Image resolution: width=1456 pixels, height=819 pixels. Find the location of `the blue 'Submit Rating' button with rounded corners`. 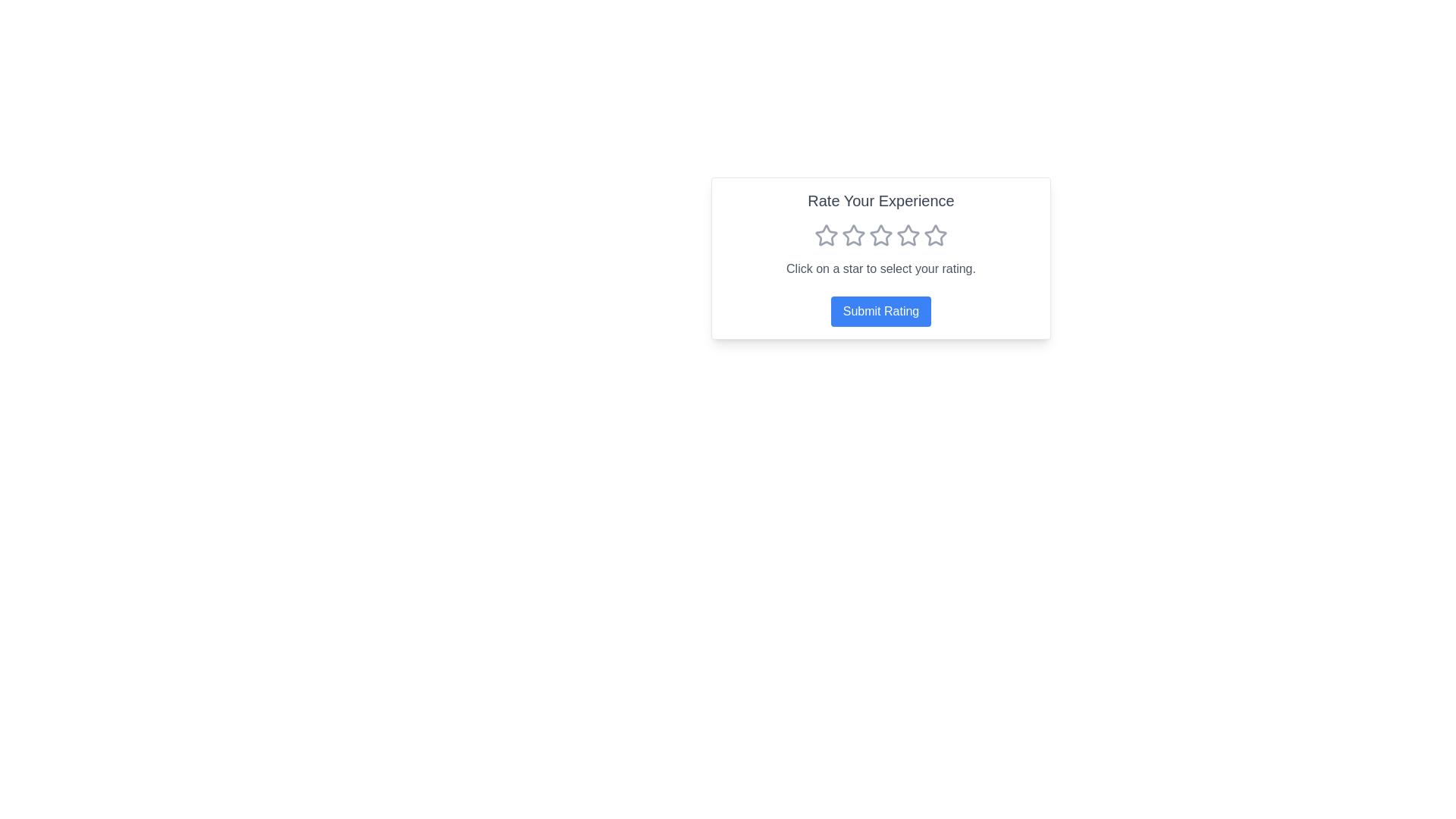

the blue 'Submit Rating' button with rounded corners is located at coordinates (880, 311).